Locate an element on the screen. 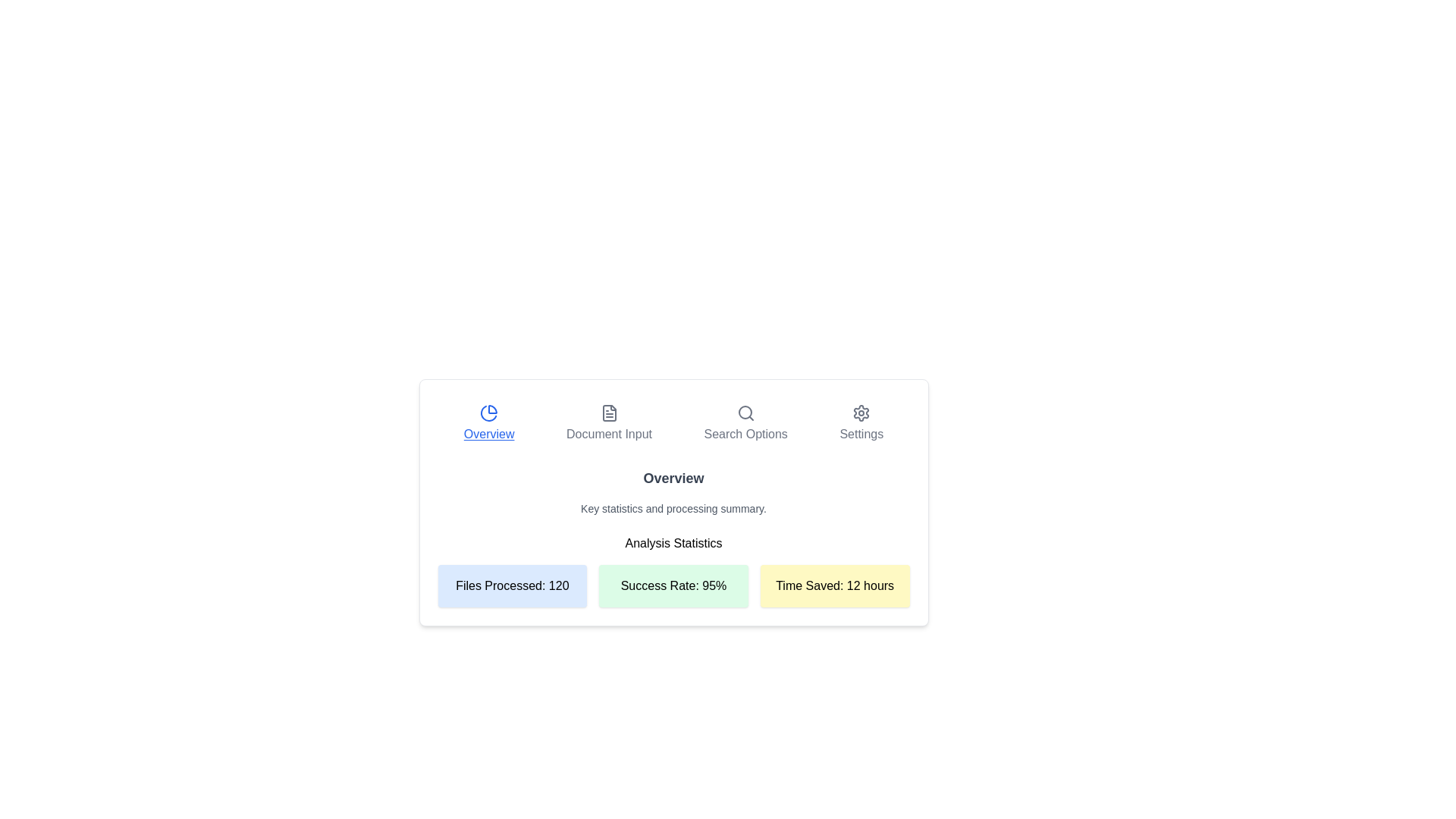 The image size is (1456, 819). the decorative circle within the search icon that represents the central part of the magnifying glass is located at coordinates (745, 412).